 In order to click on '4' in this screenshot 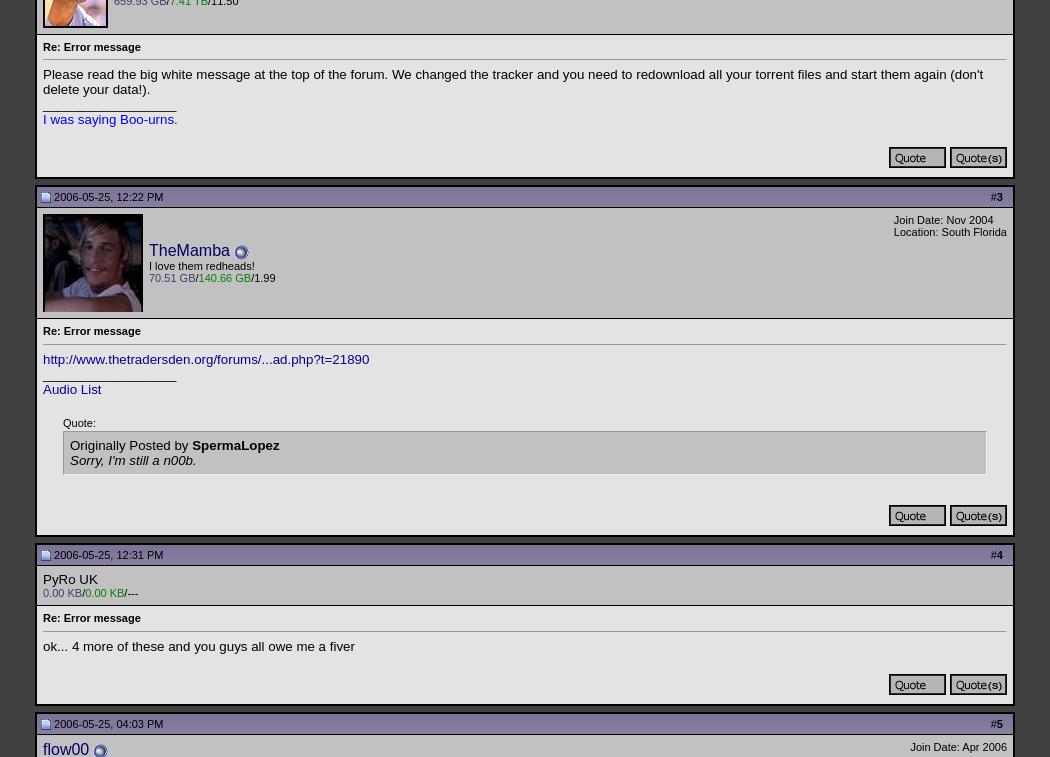, I will do `click(998, 553)`.